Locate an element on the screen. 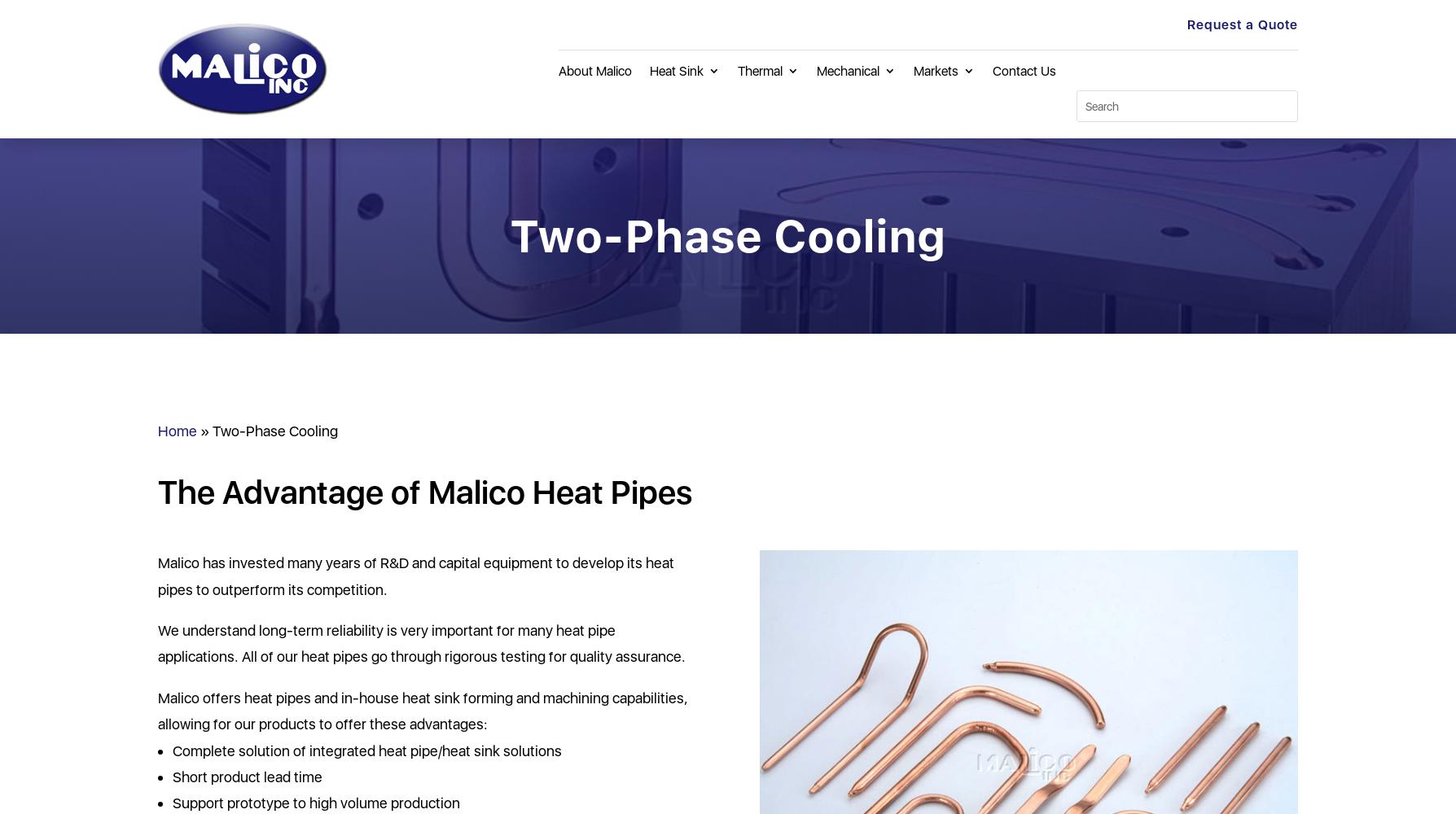  'Complete solution of integrated heat pipe/heat sink solutions' is located at coordinates (366, 750).